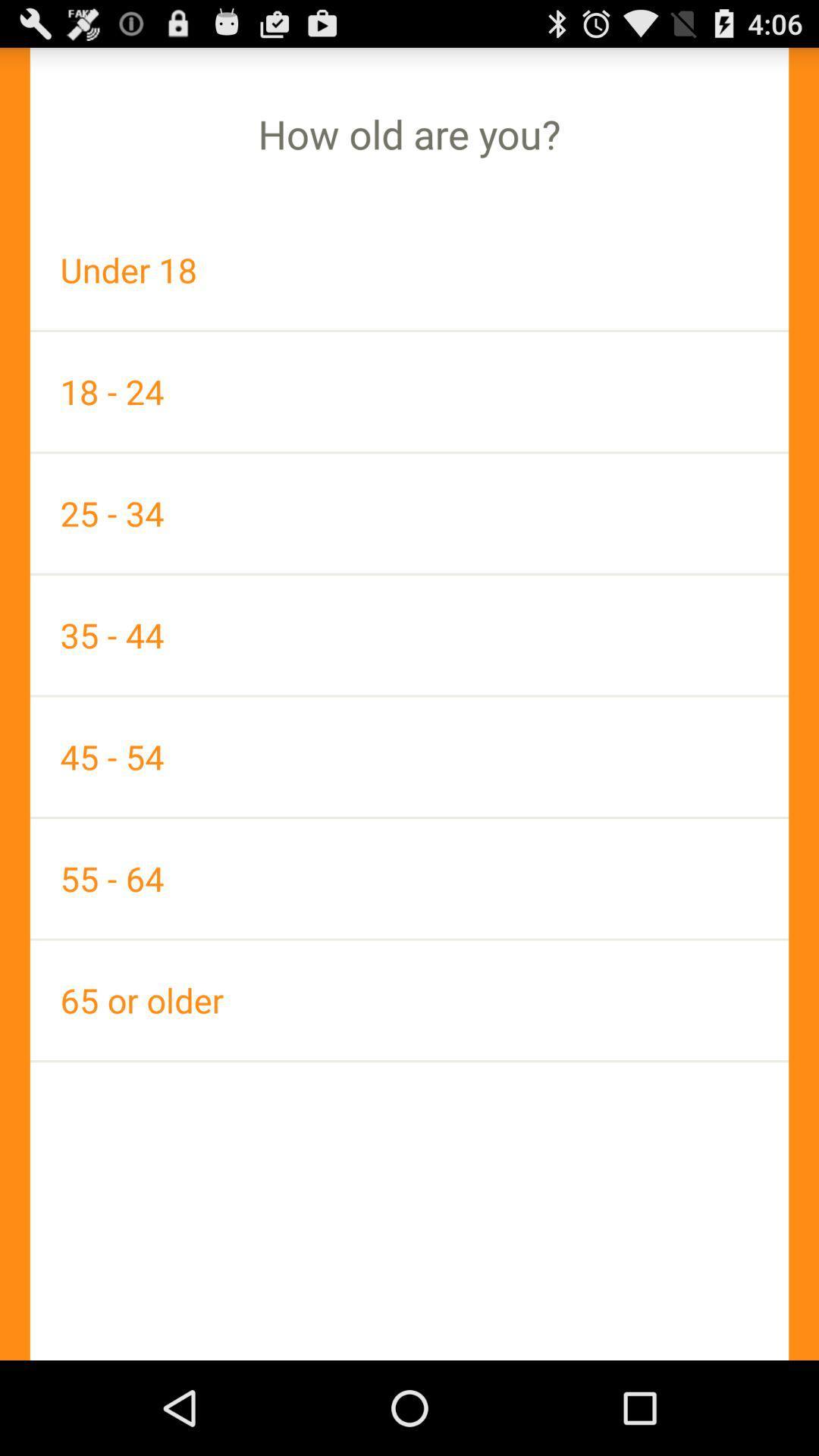 The image size is (819, 1456). I want to click on the 35 - 44, so click(409, 635).